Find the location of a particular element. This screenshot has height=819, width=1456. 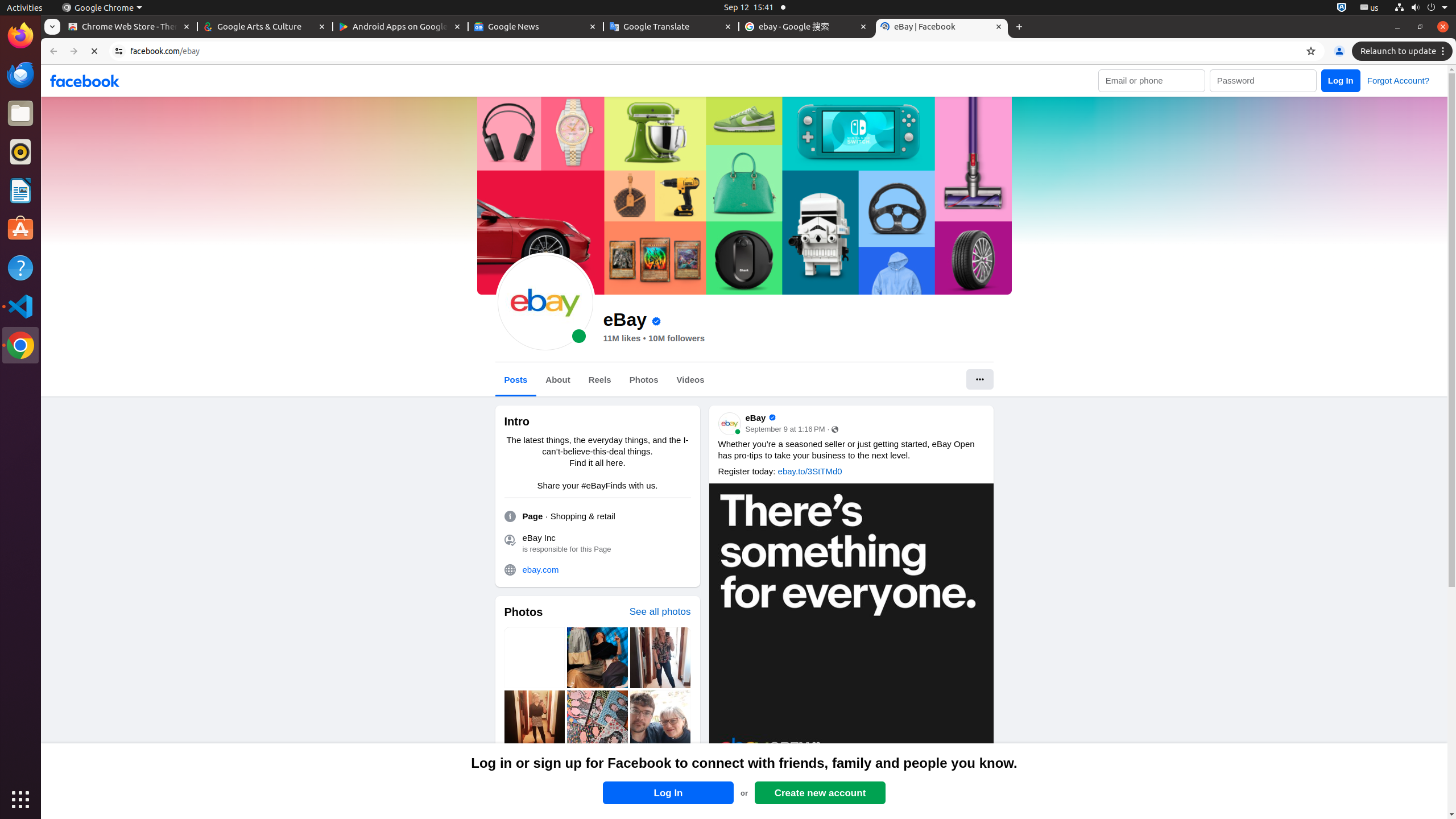

'10M followers' is located at coordinates (676, 338).